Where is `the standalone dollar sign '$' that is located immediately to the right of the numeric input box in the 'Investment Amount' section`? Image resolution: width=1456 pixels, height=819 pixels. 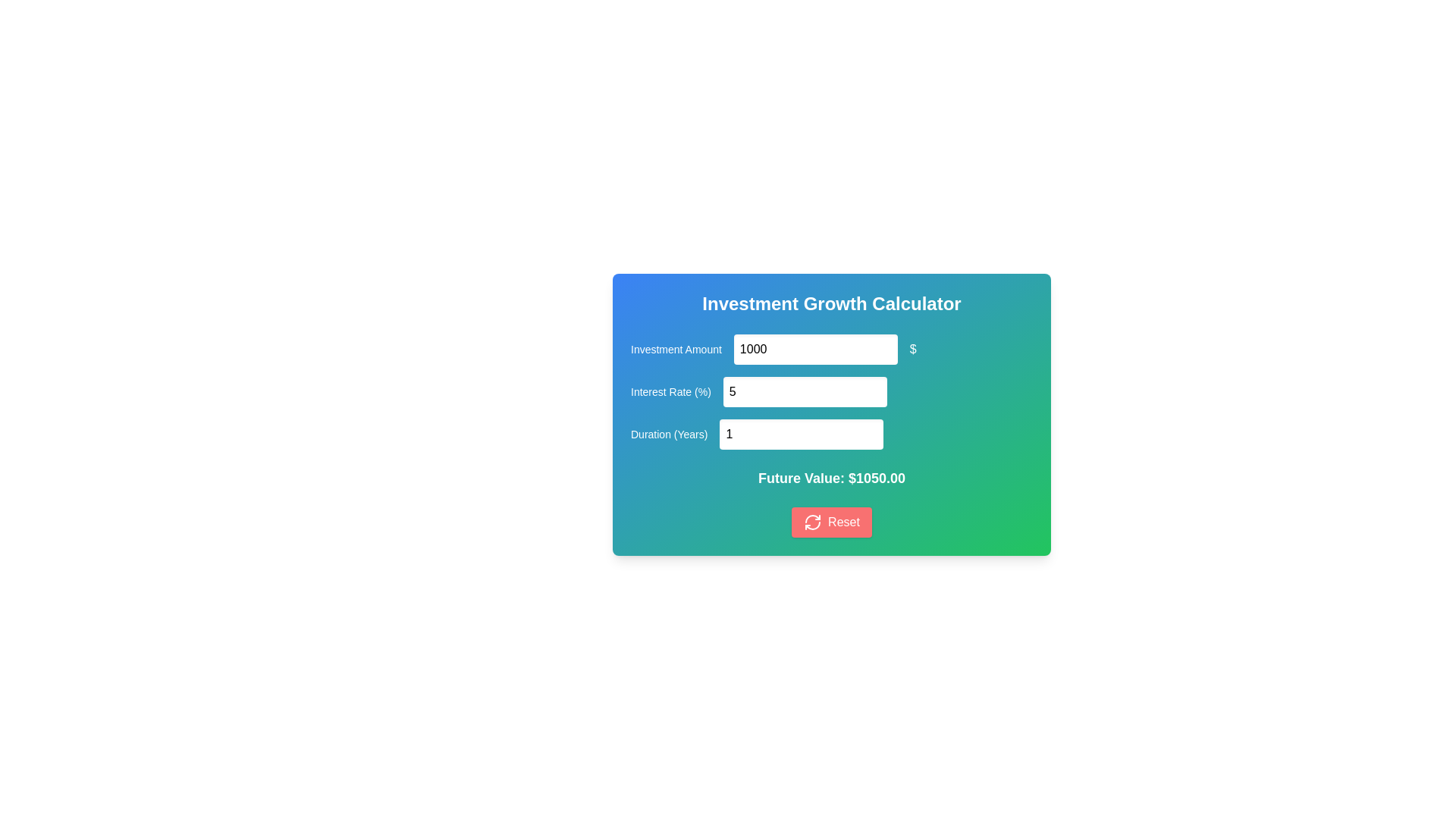 the standalone dollar sign '$' that is located immediately to the right of the numeric input box in the 'Investment Amount' section is located at coordinates (912, 350).